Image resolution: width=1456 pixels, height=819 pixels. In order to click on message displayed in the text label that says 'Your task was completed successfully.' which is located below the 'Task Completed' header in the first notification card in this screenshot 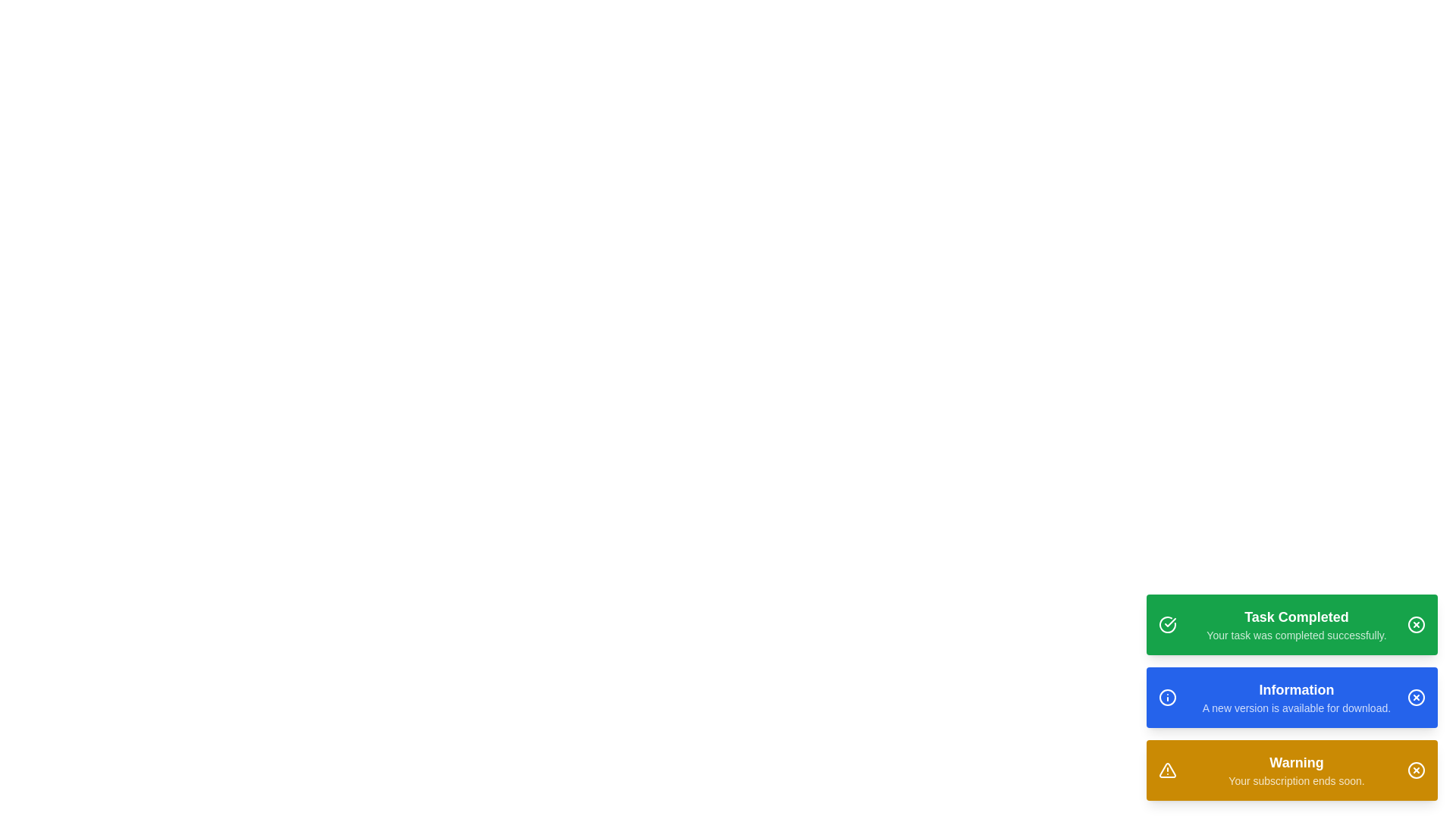, I will do `click(1295, 635)`.